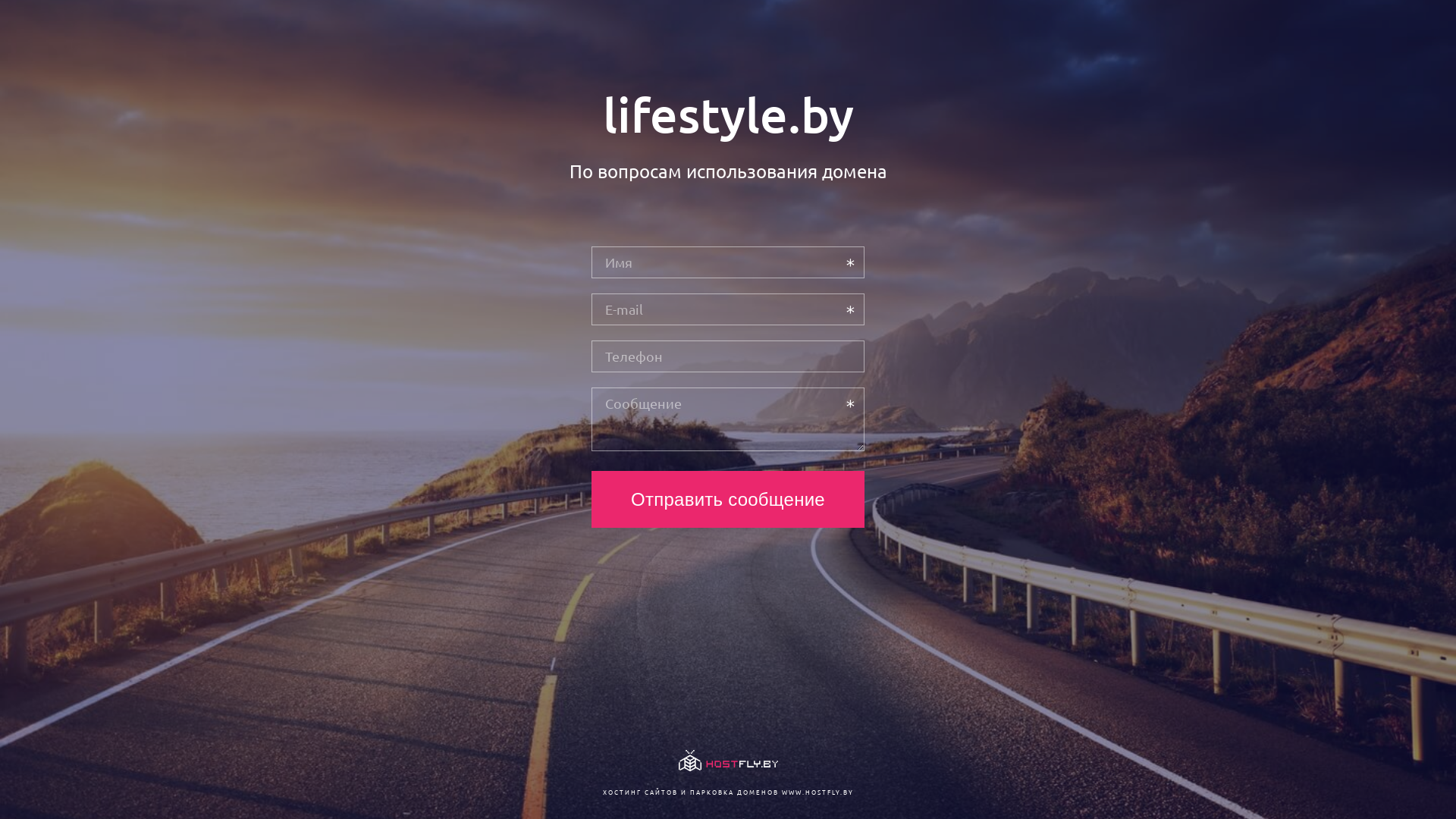 The image size is (1456, 819). Describe the element at coordinates (816, 791) in the screenshot. I see `'WWW.HOSTFLY.BY'` at that location.